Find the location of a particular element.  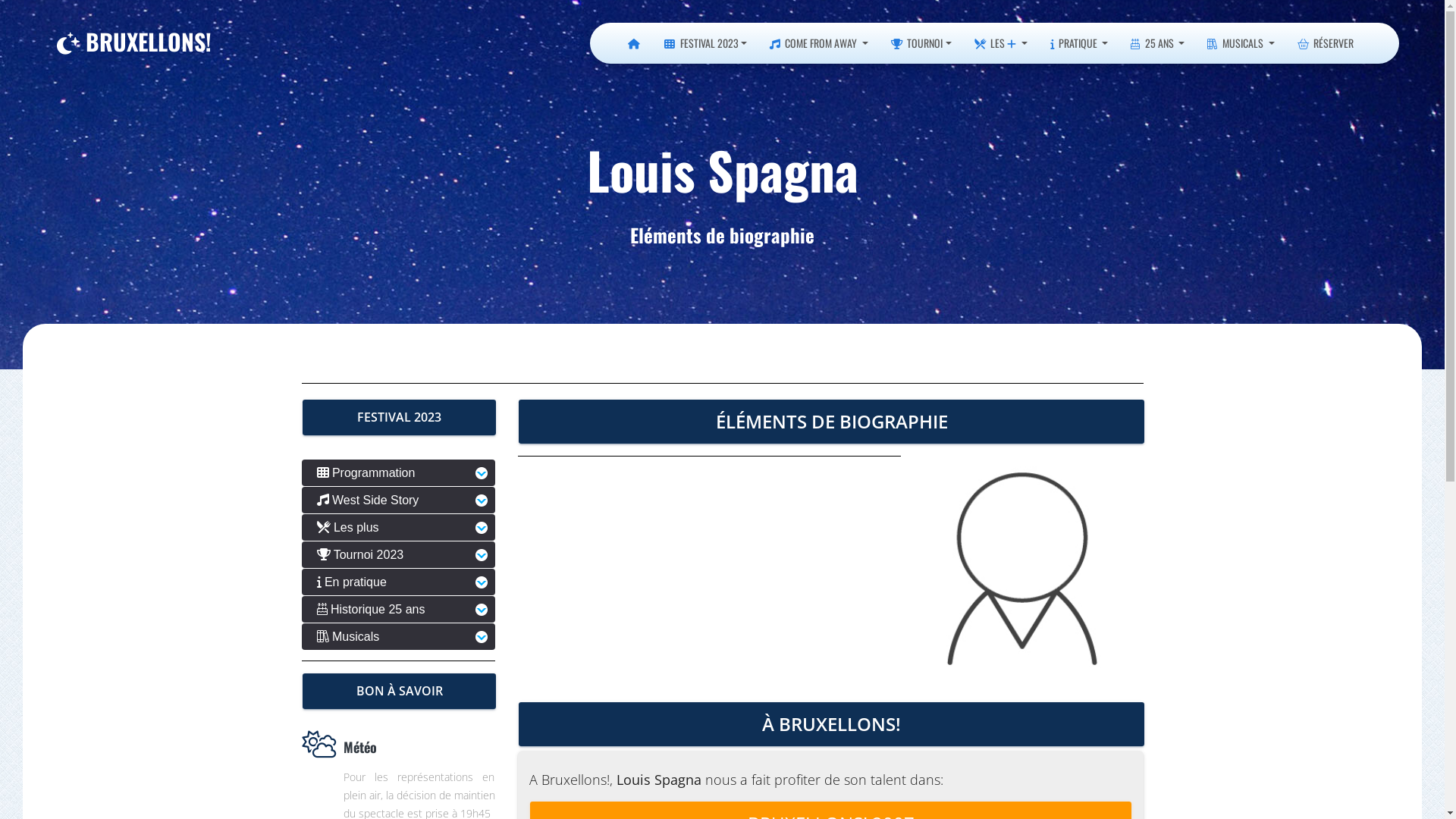

'Historique 25 ans' is located at coordinates (398, 608).